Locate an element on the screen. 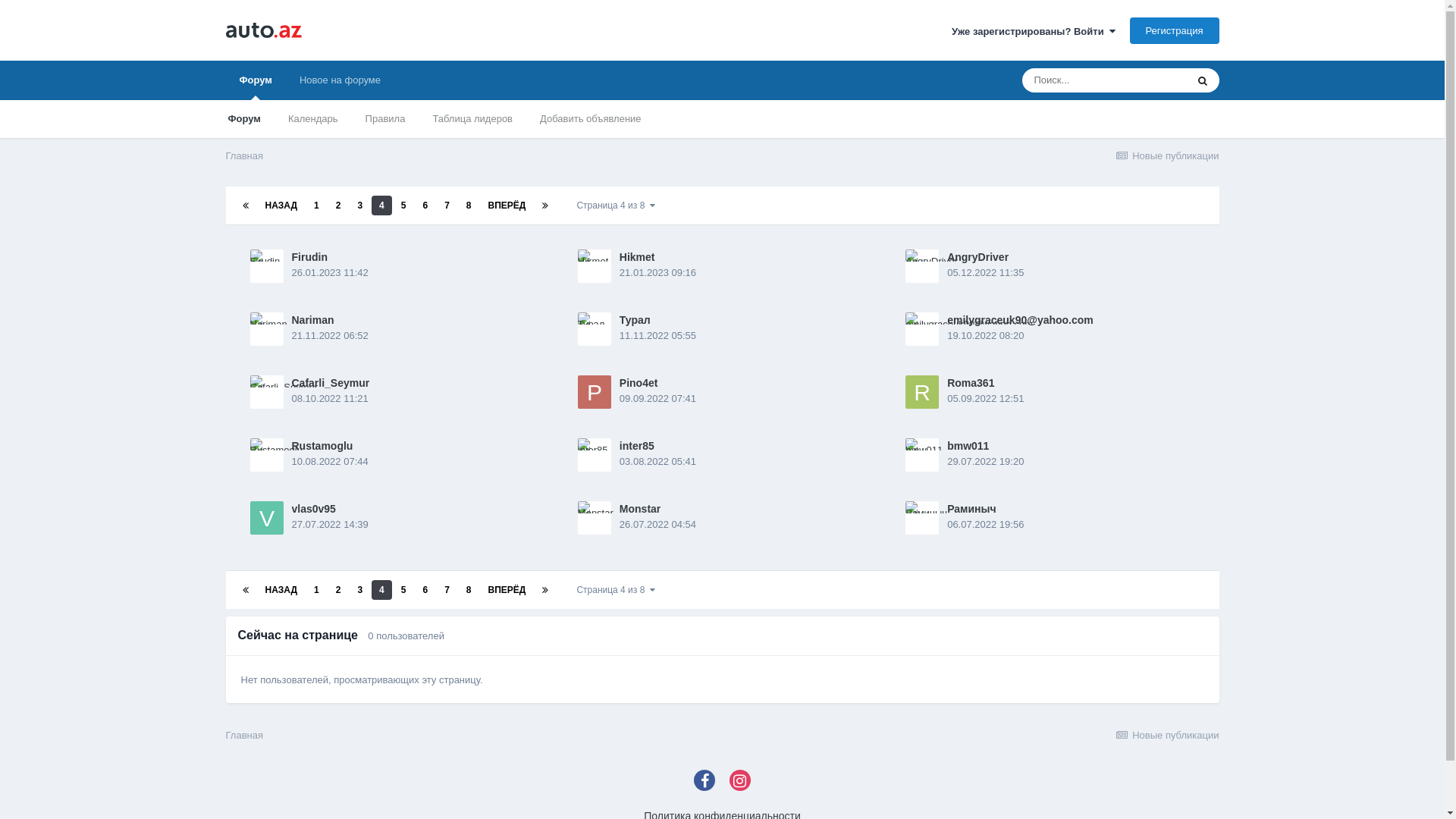  '3' is located at coordinates (348, 205).